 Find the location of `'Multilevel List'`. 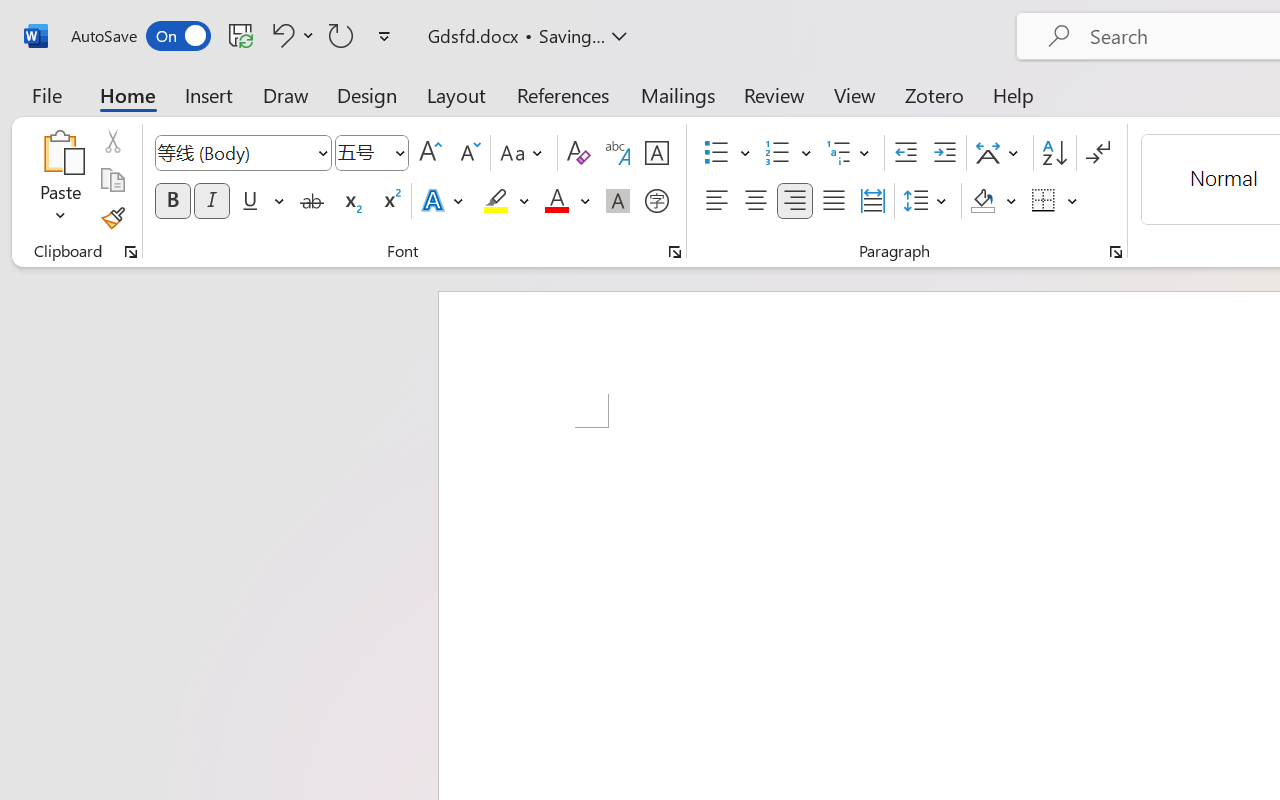

'Multilevel List' is located at coordinates (850, 153).